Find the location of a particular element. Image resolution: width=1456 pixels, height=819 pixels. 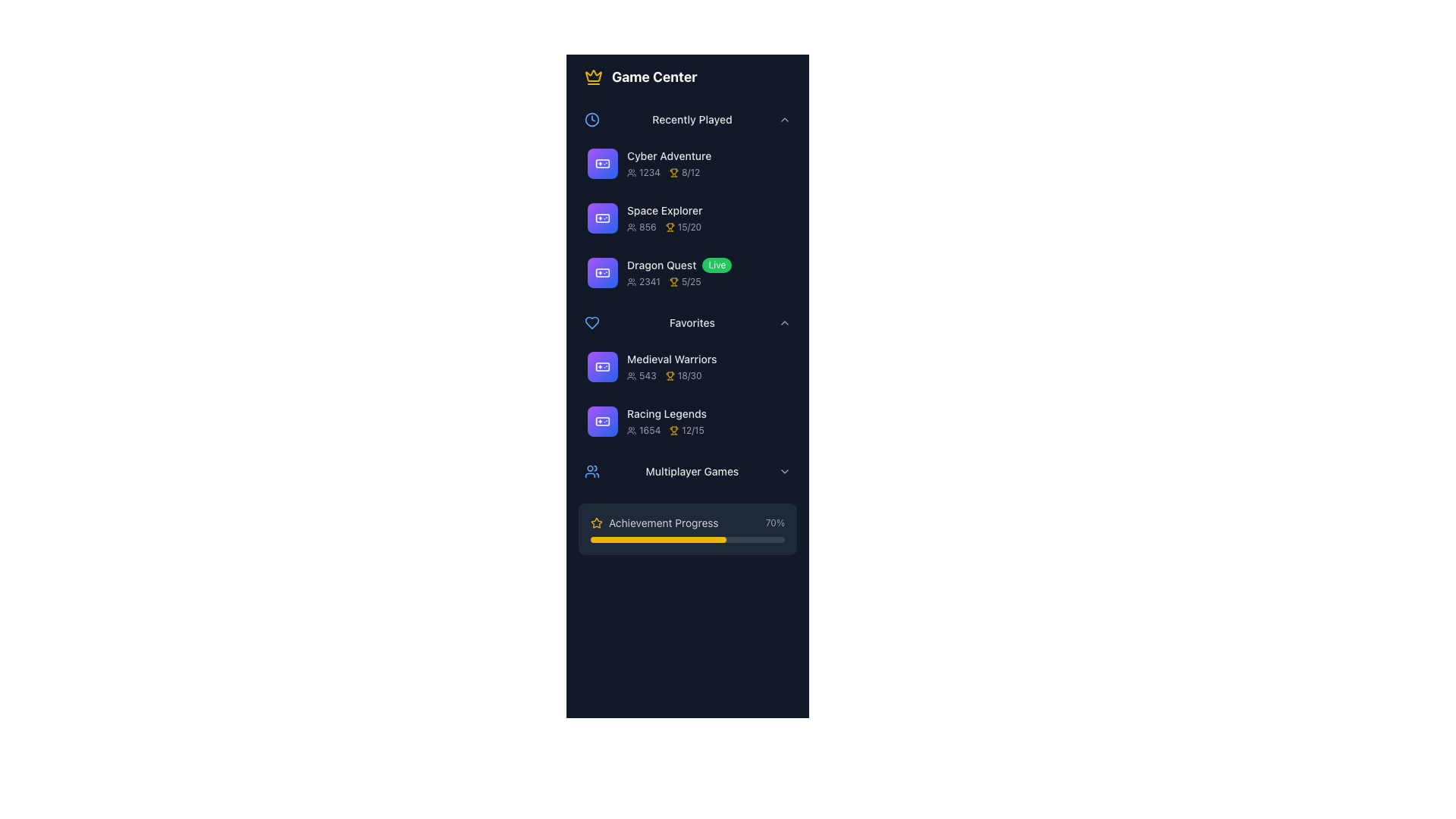

the SVG icon representing the number of players or collaborators next to the text '543' in the 'Medieval Warriors' item in the Favorites section of the Game Center interface is located at coordinates (632, 375).